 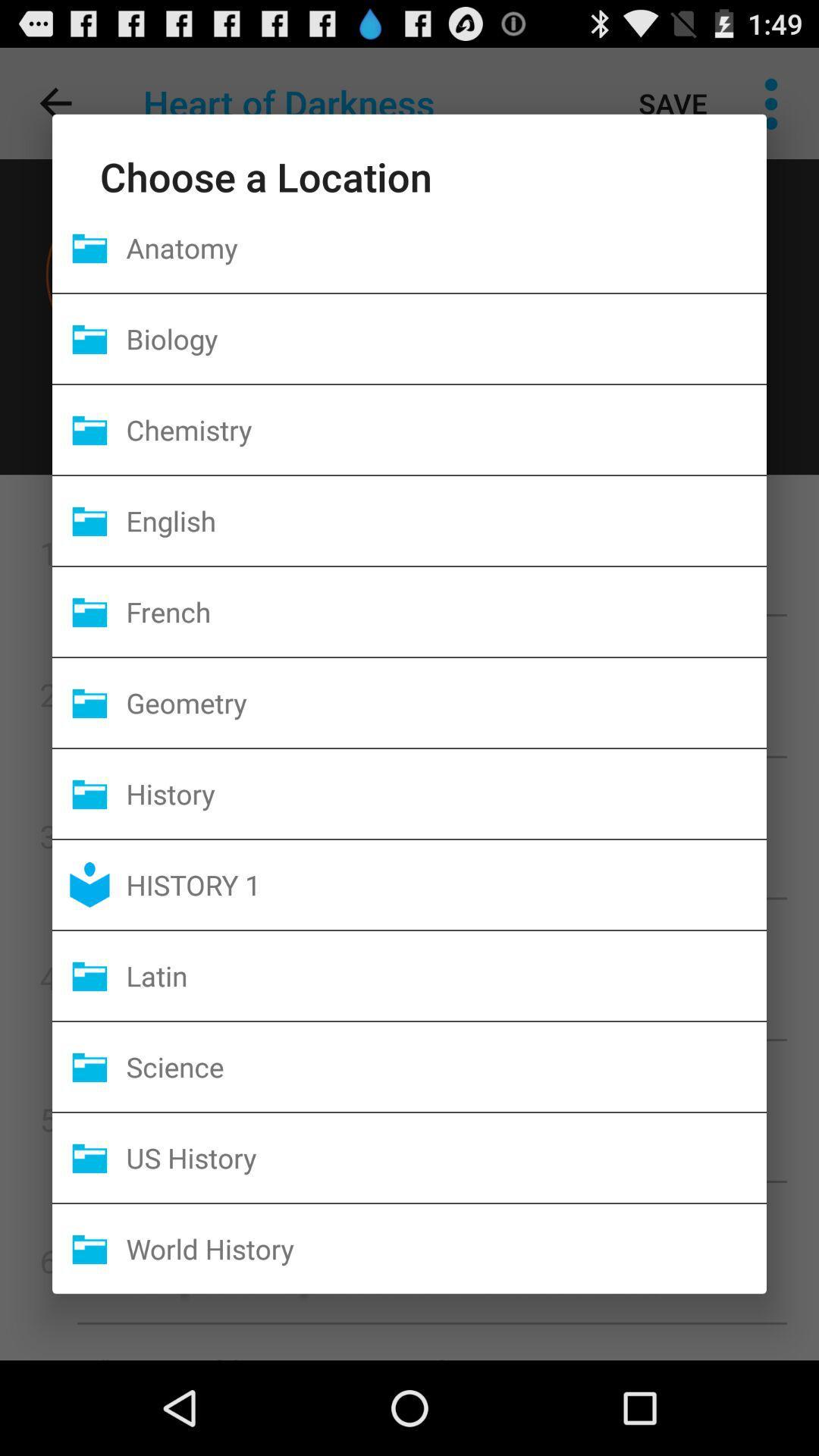 I want to click on the english icon, so click(x=445, y=520).